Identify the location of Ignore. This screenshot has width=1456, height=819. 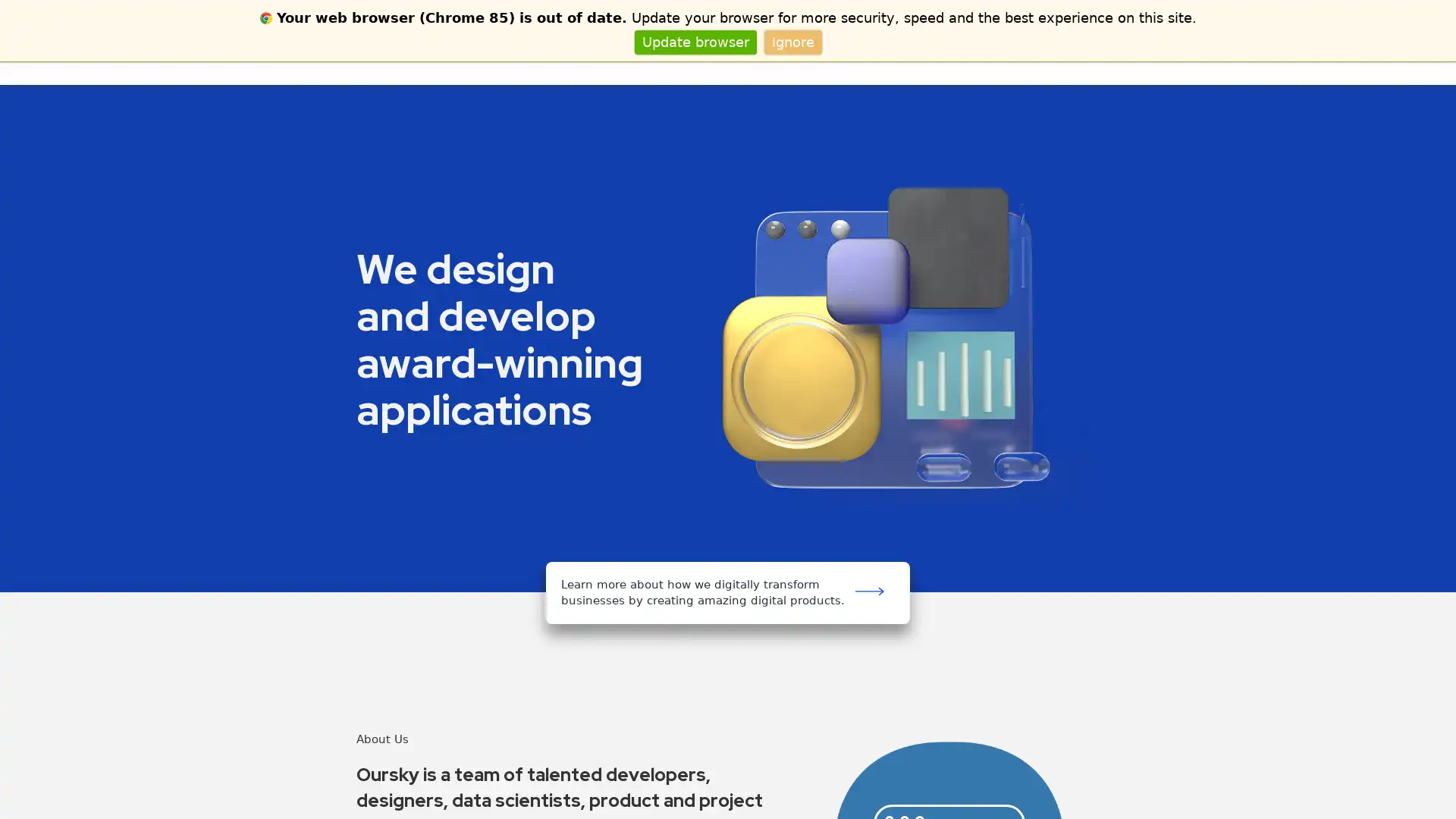
(792, 41).